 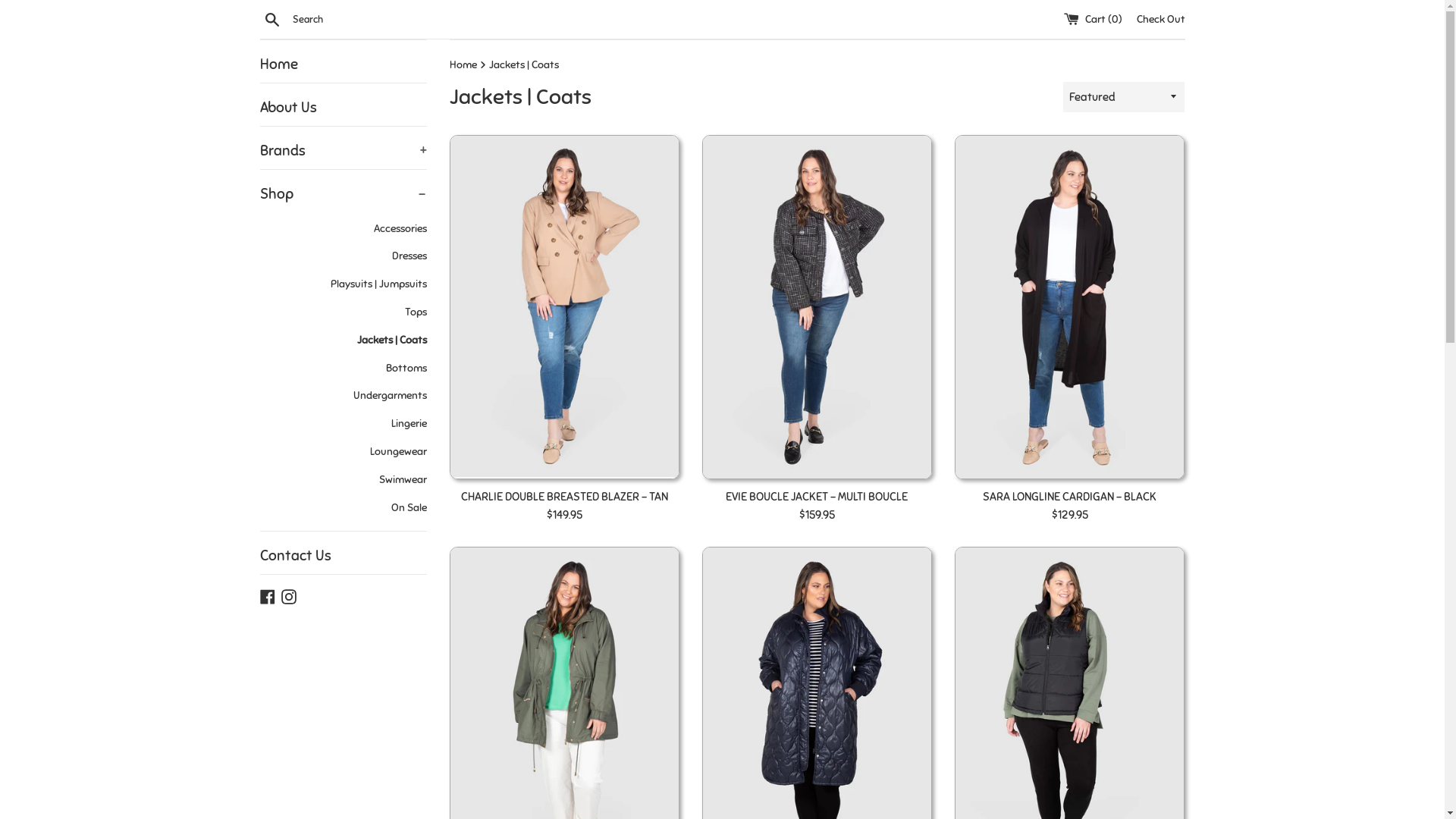 I want to click on 'Home', so click(x=341, y=63).